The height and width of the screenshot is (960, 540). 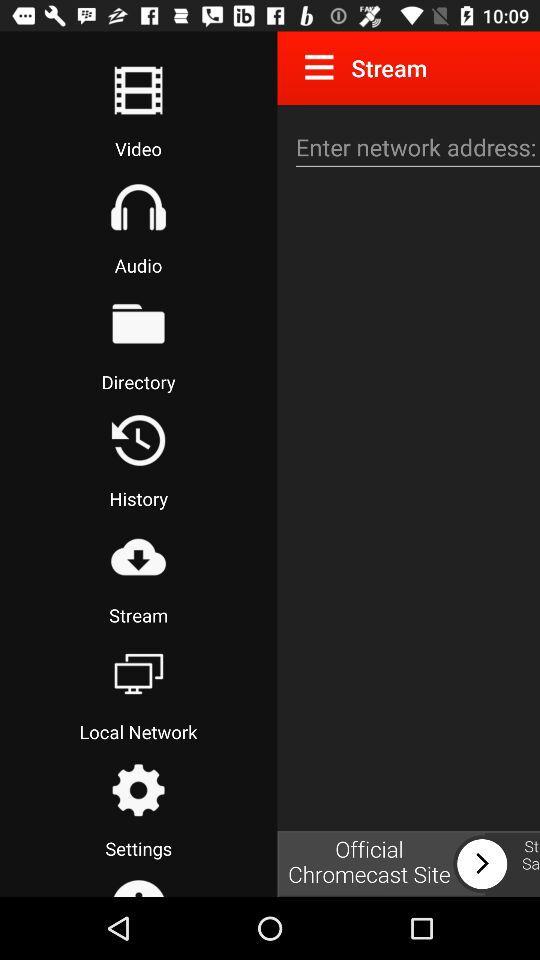 What do you see at coordinates (137, 440) in the screenshot?
I see `the history icon` at bounding box center [137, 440].